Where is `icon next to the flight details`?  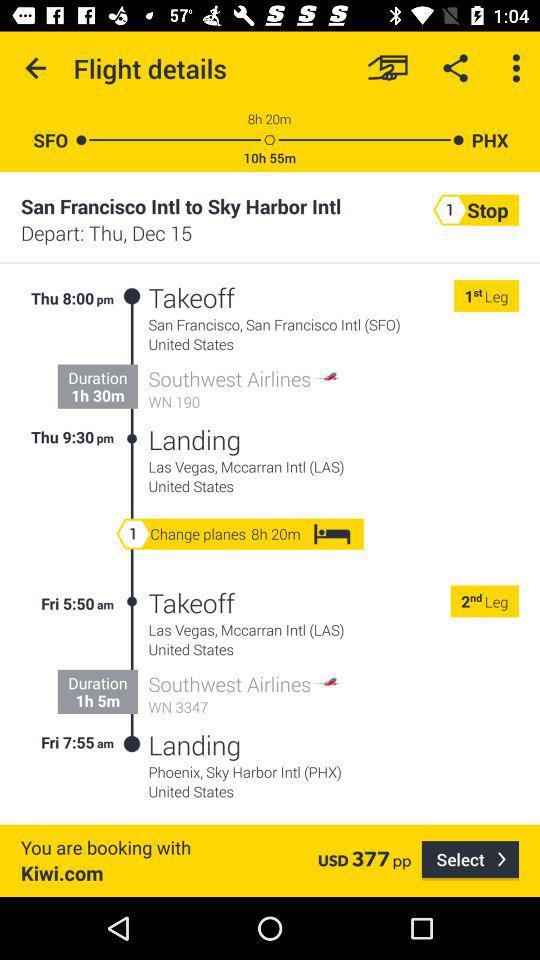
icon next to the flight details is located at coordinates (36, 68).